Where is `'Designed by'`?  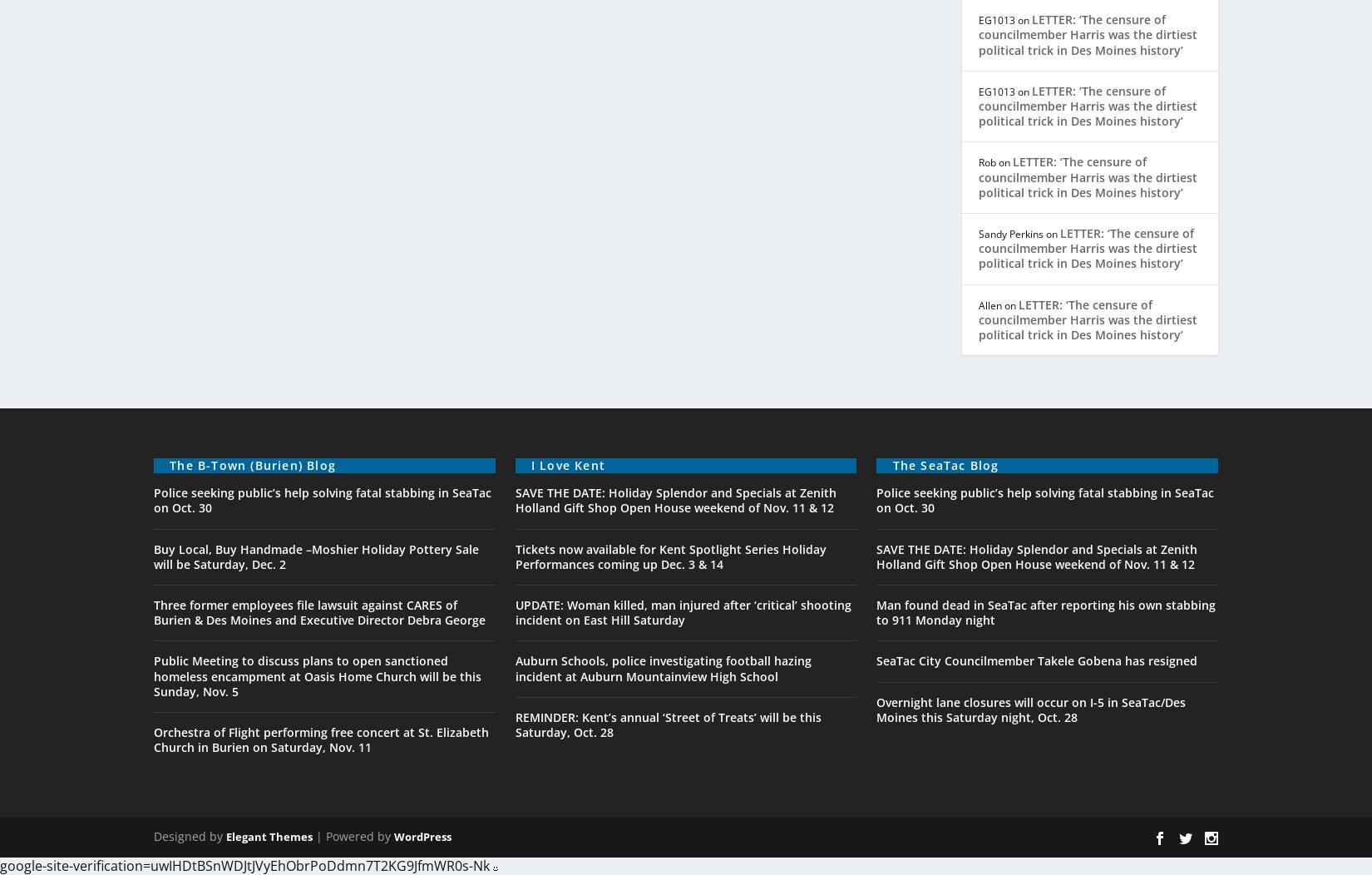
'Designed by' is located at coordinates (190, 836).